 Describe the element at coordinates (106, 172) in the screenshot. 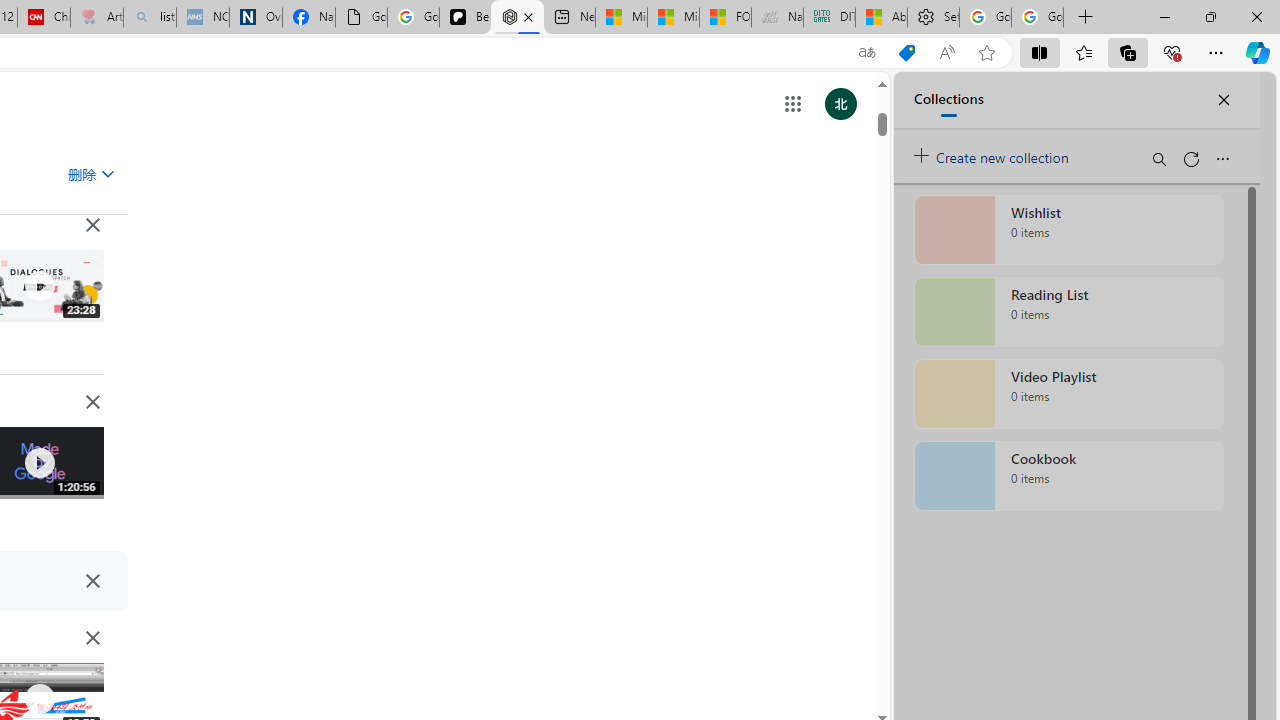

I see `'Class: asE2Ub NMm5M'` at that location.